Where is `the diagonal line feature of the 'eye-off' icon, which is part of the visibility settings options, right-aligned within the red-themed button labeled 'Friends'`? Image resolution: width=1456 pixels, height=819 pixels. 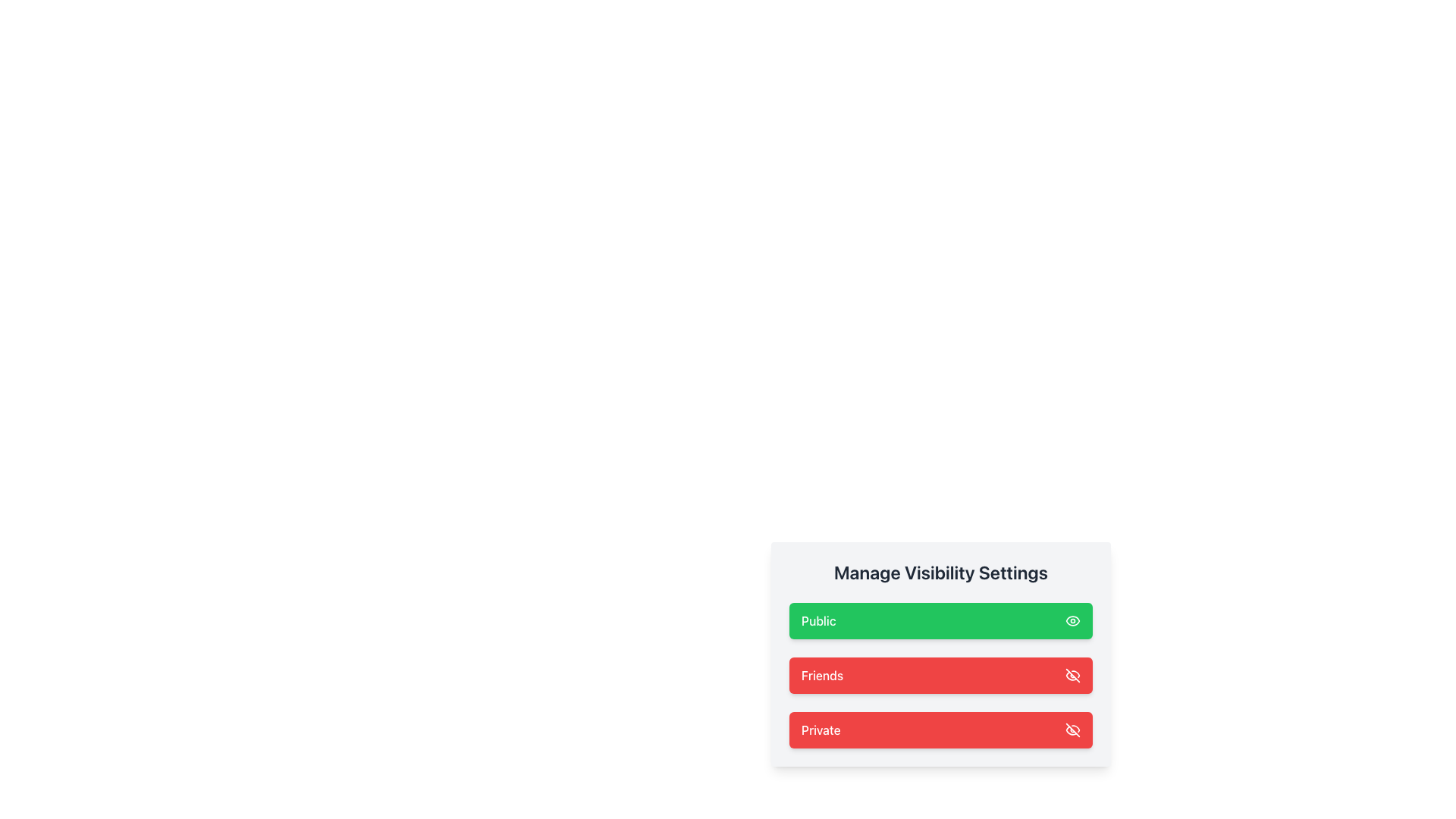
the diagonal line feature of the 'eye-off' icon, which is part of the visibility settings options, right-aligned within the red-themed button labeled 'Friends' is located at coordinates (1072, 730).